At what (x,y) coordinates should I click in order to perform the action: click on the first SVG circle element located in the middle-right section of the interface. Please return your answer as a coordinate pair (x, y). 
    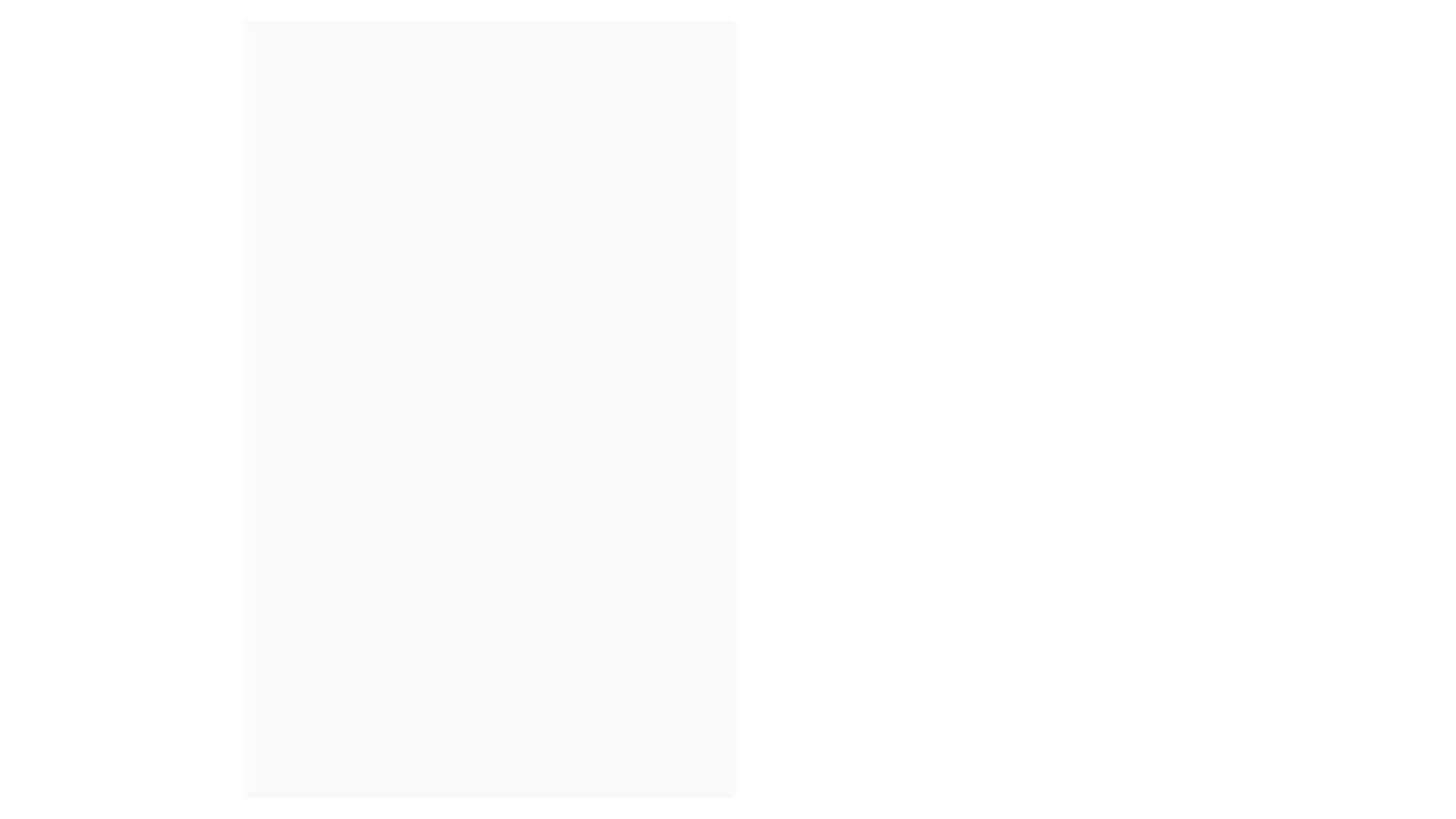
    Looking at the image, I should click on (890, 294).